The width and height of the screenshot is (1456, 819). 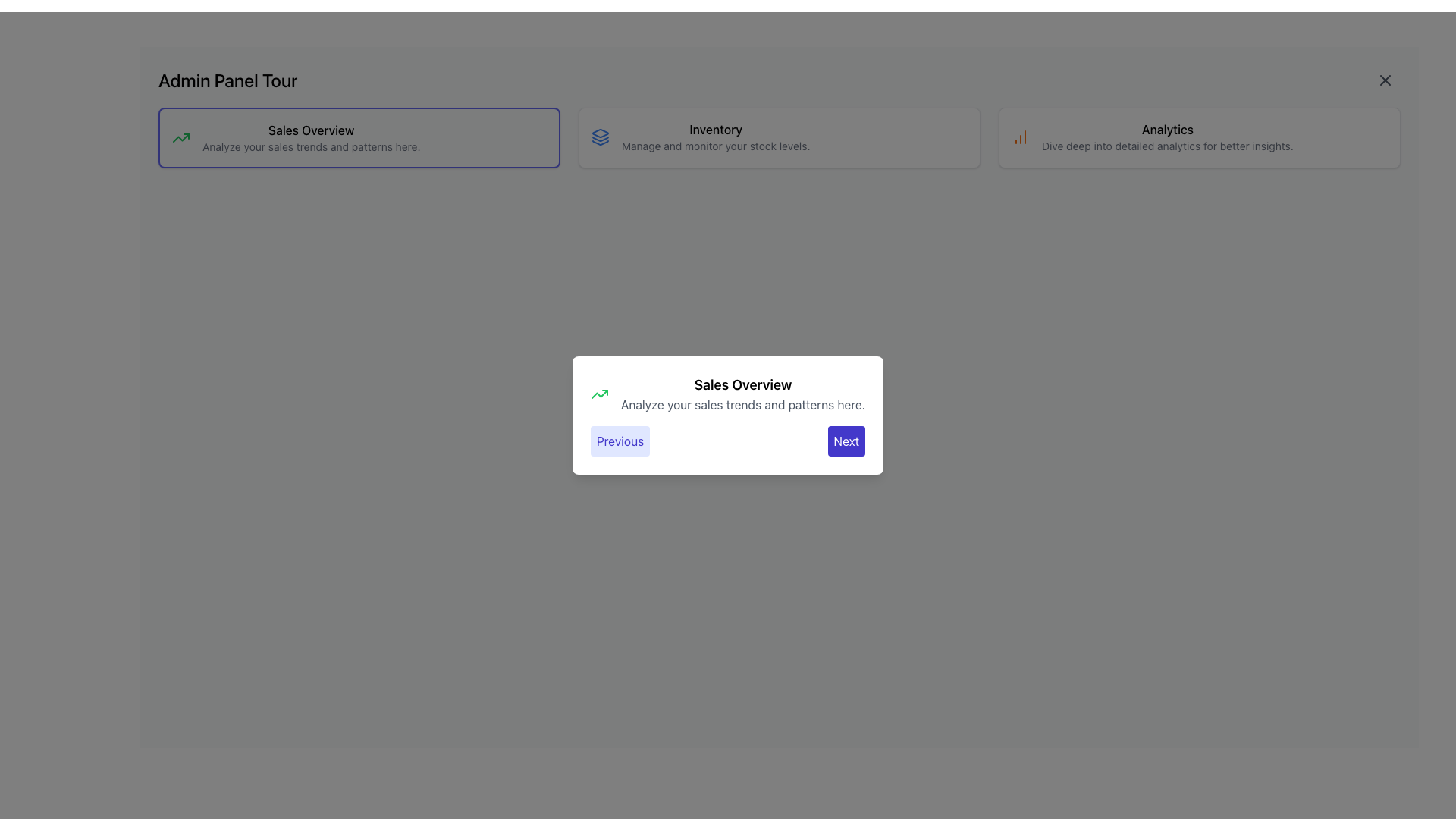 I want to click on the Informational Card located in the top right corner of the grid layout, positioned after 'Sales Overview' and 'Inventory', so click(x=1199, y=137).